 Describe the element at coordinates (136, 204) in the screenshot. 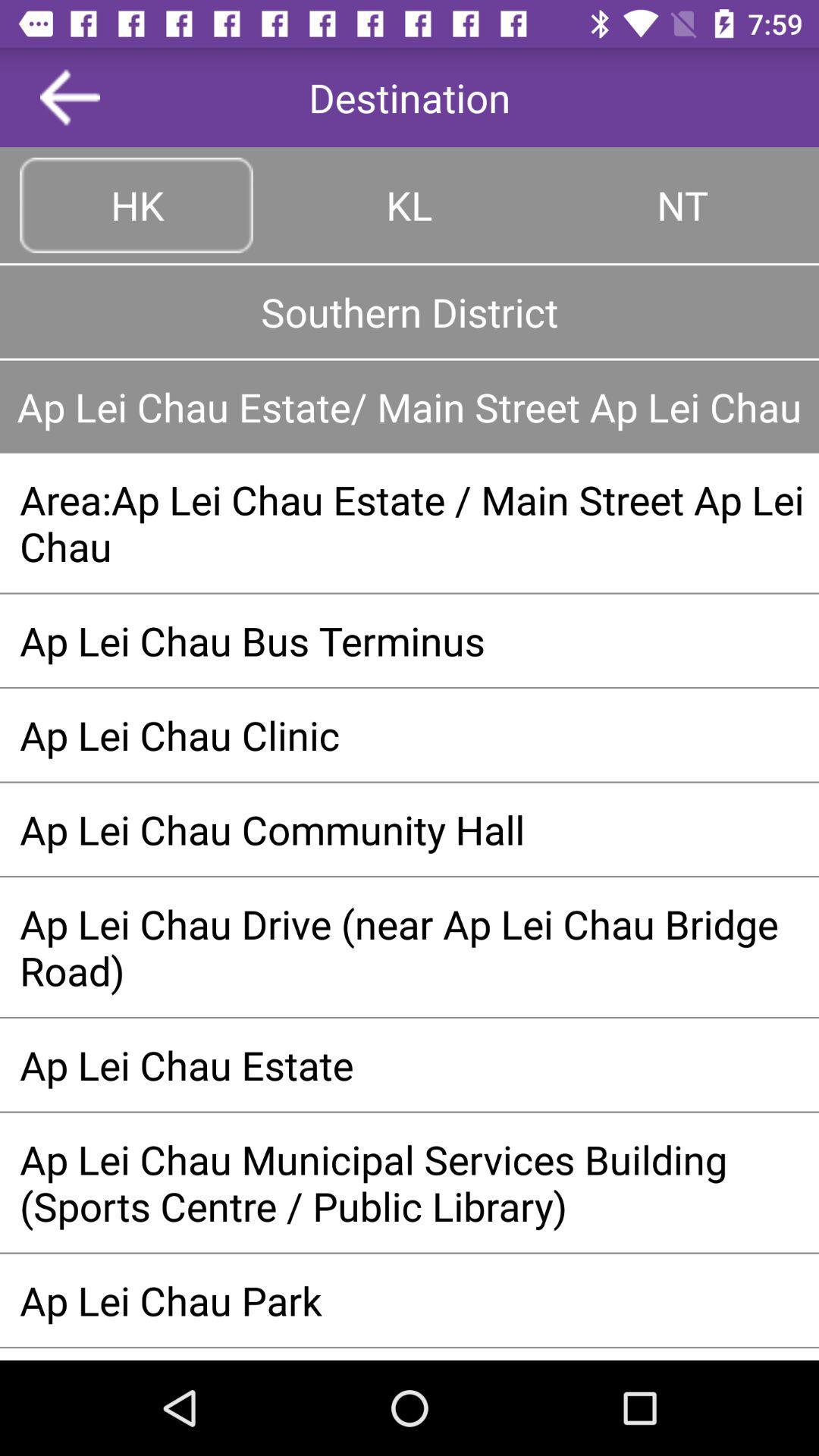

I see `hk button` at that location.